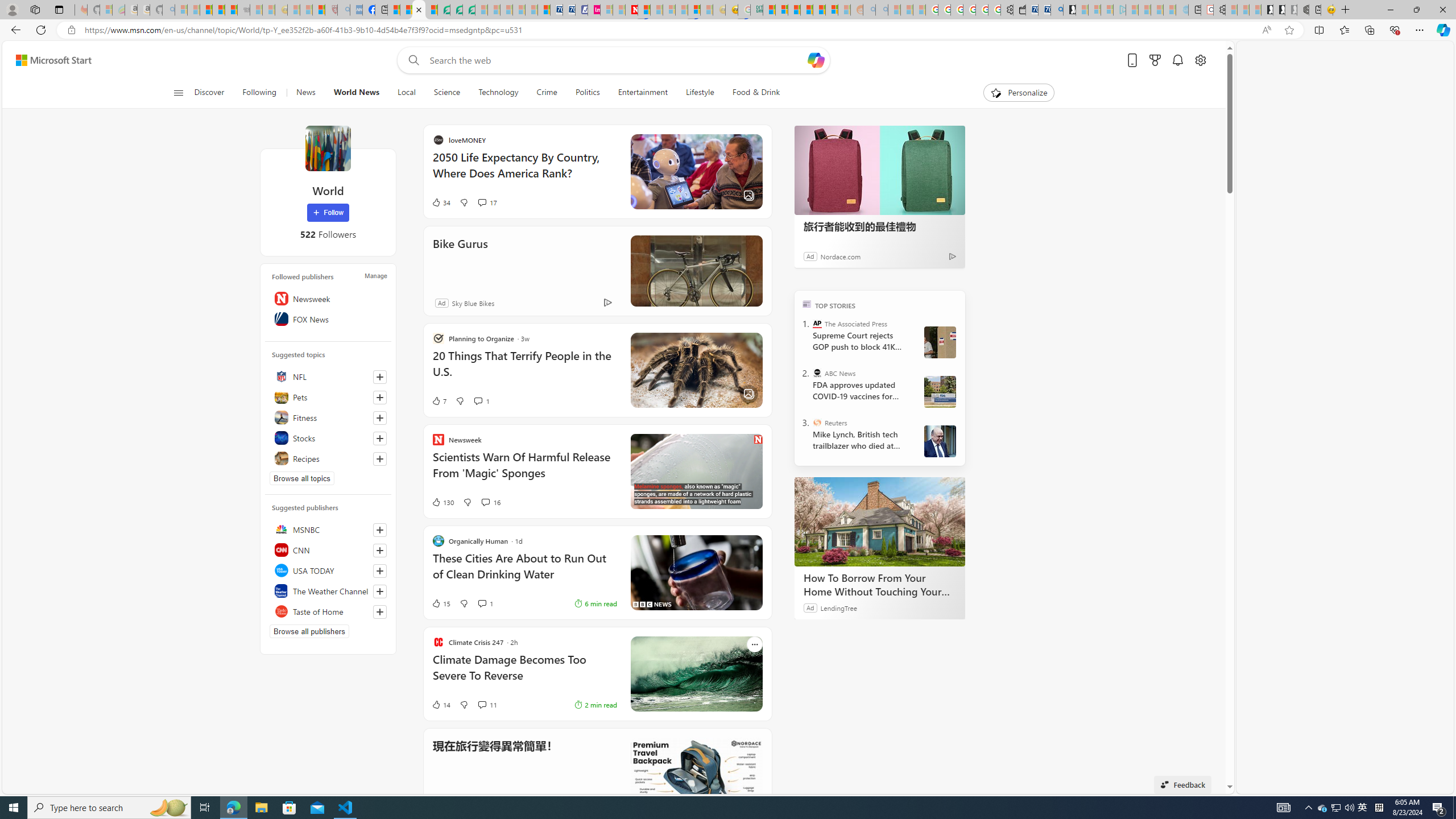 Image resolution: width=1456 pixels, height=819 pixels. What do you see at coordinates (301, 477) in the screenshot?
I see `'Browse all topics'` at bounding box center [301, 477].